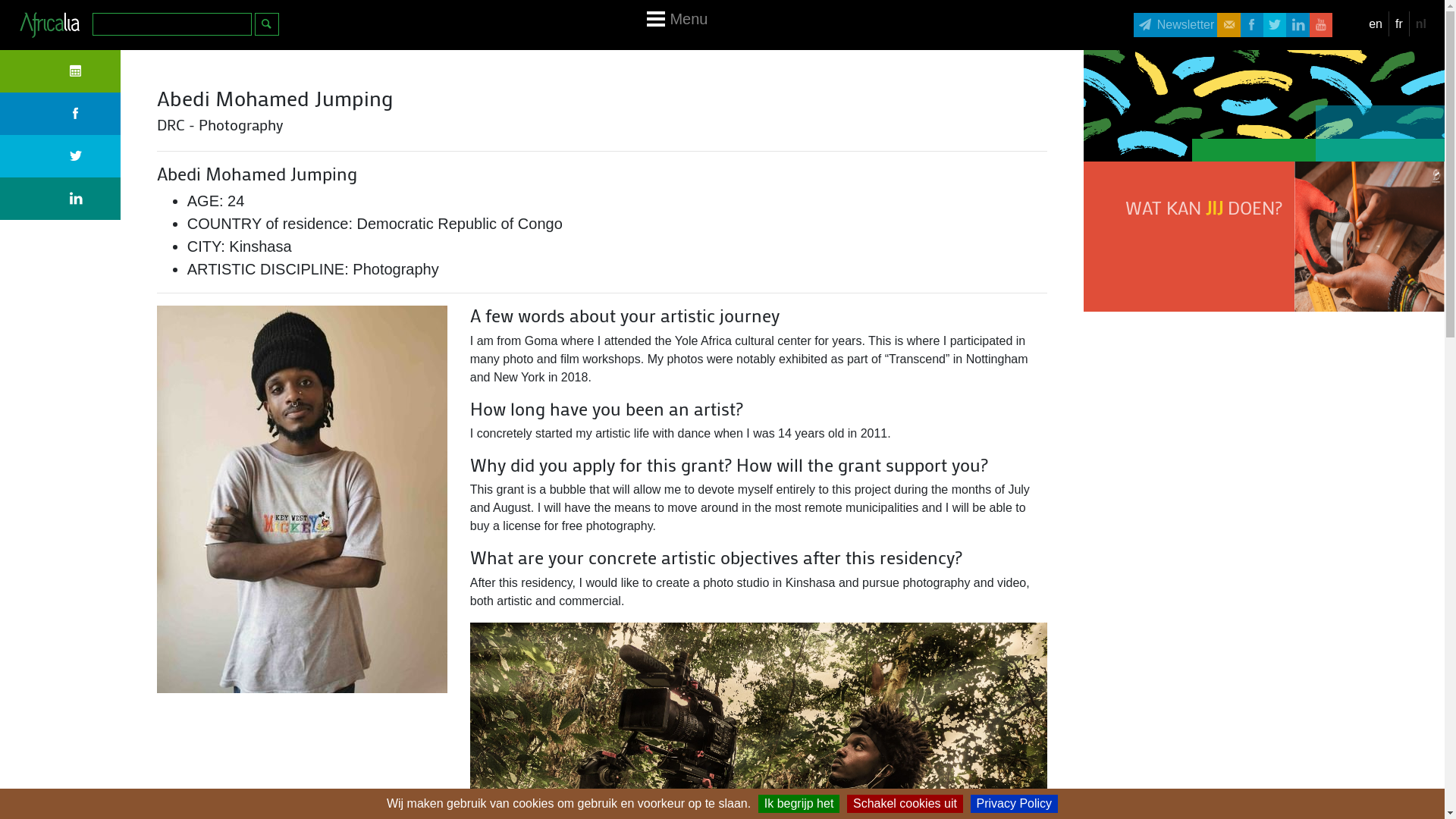  I want to click on 'en', so click(1376, 24).